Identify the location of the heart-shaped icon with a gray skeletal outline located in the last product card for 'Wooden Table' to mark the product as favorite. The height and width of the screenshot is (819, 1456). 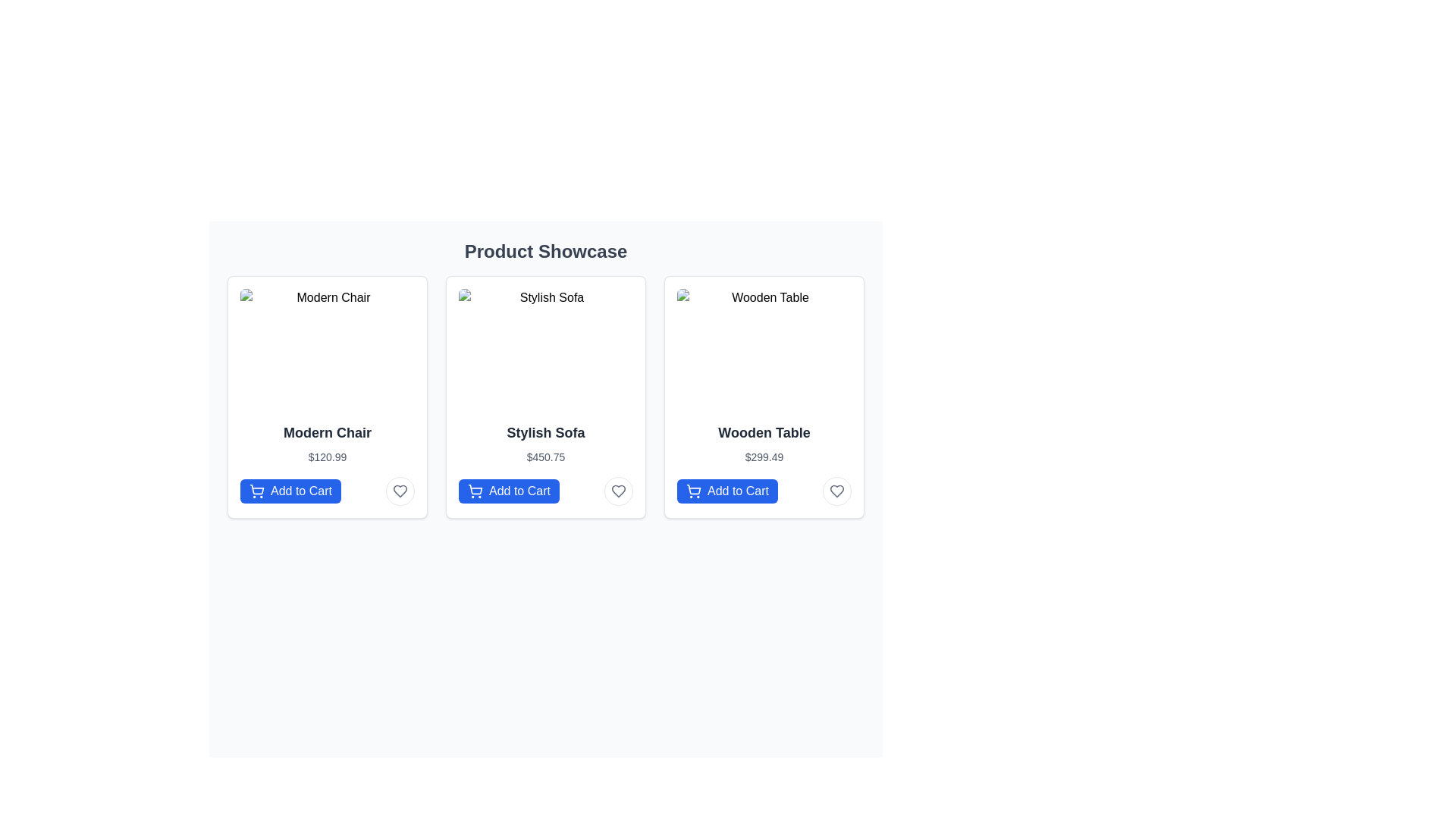
(836, 491).